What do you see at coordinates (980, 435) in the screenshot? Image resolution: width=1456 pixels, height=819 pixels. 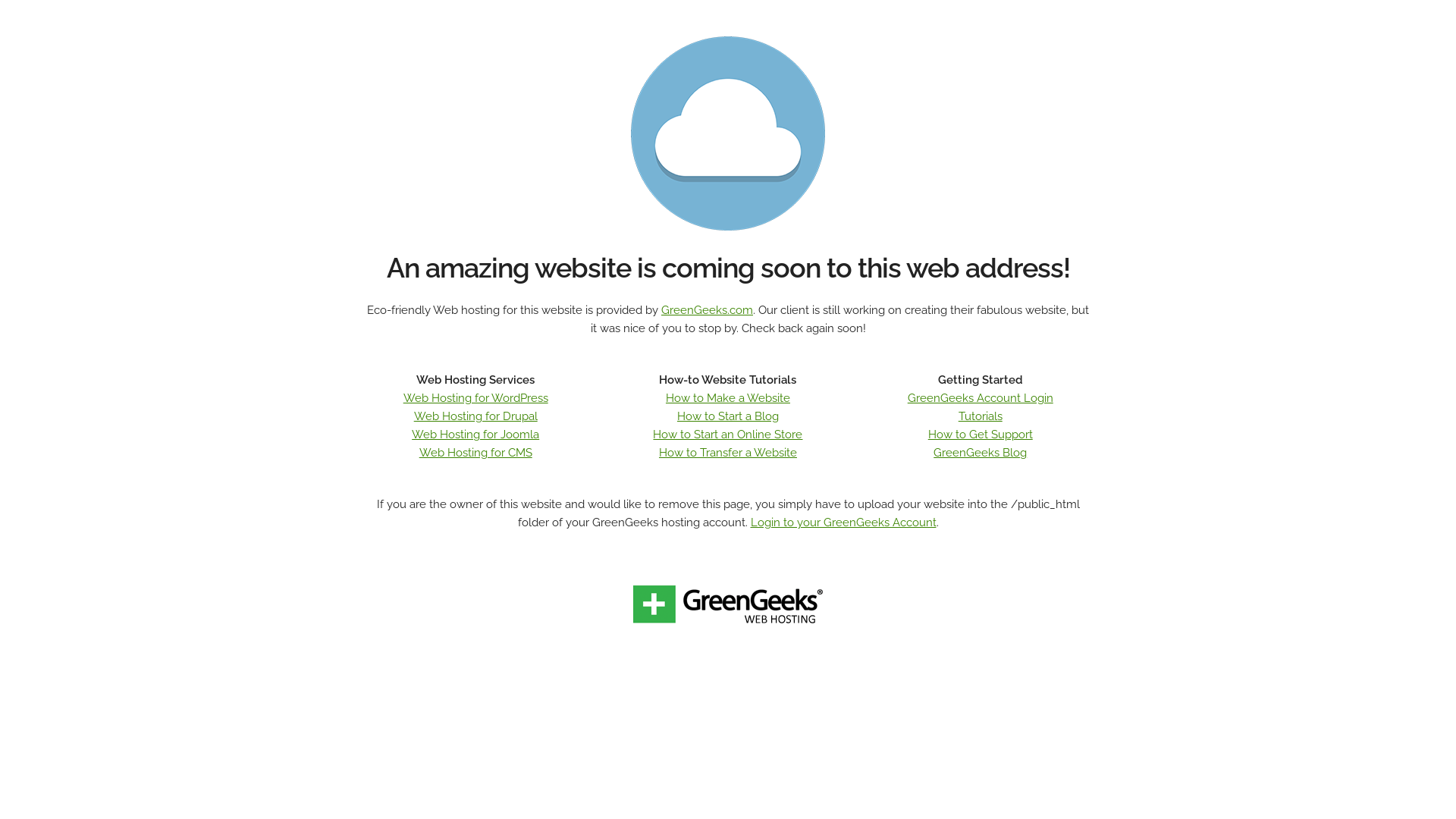 I see `'How to Get Support'` at bounding box center [980, 435].